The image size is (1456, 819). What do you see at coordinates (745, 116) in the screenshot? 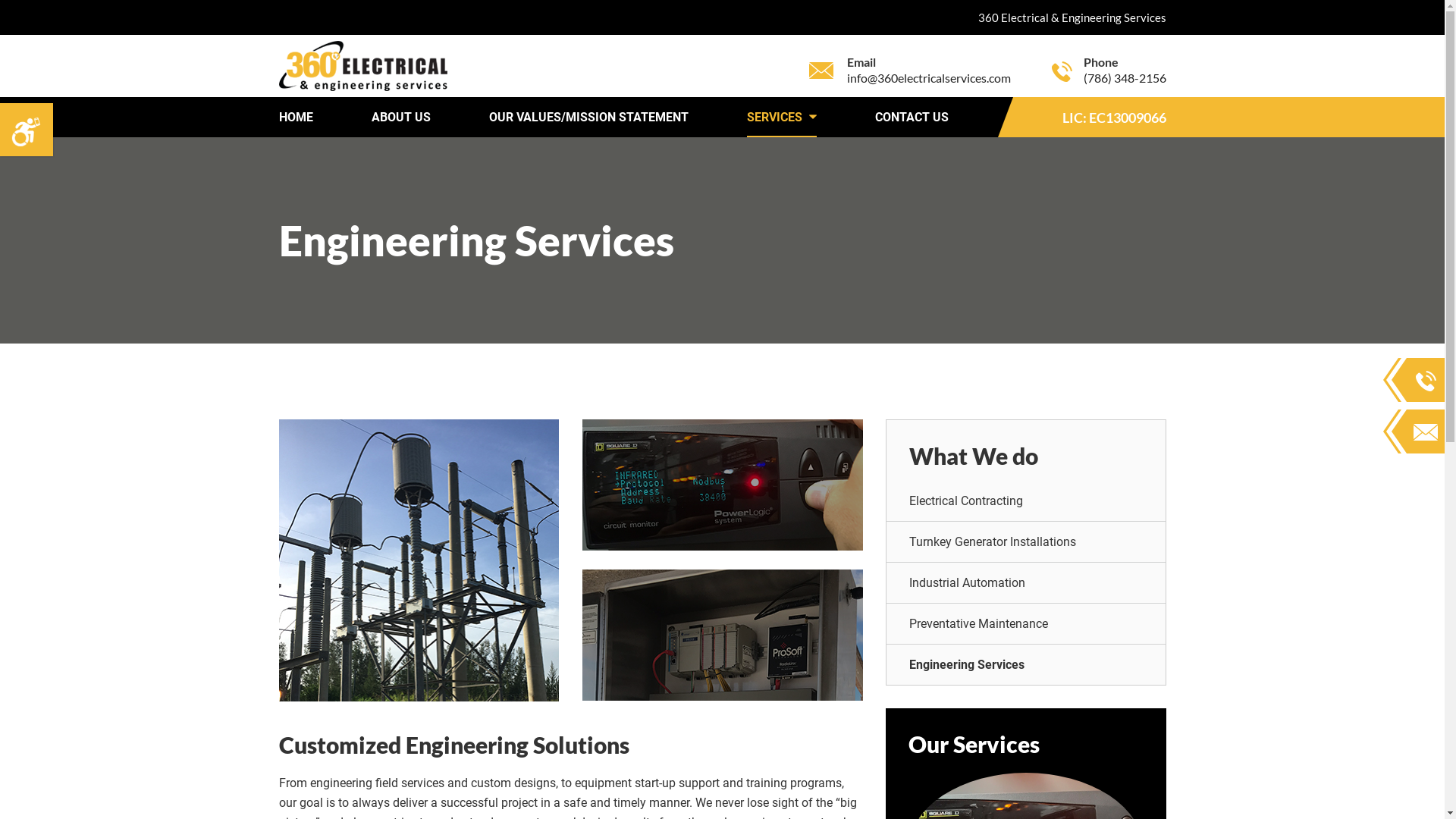
I see `'SERVICES'` at bounding box center [745, 116].